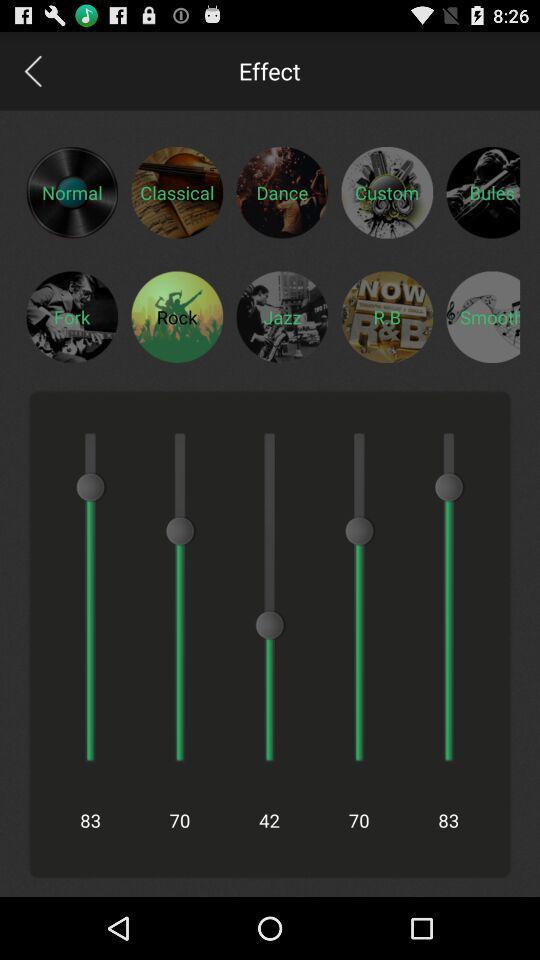 This screenshot has width=540, height=960. I want to click on rock, so click(177, 316).